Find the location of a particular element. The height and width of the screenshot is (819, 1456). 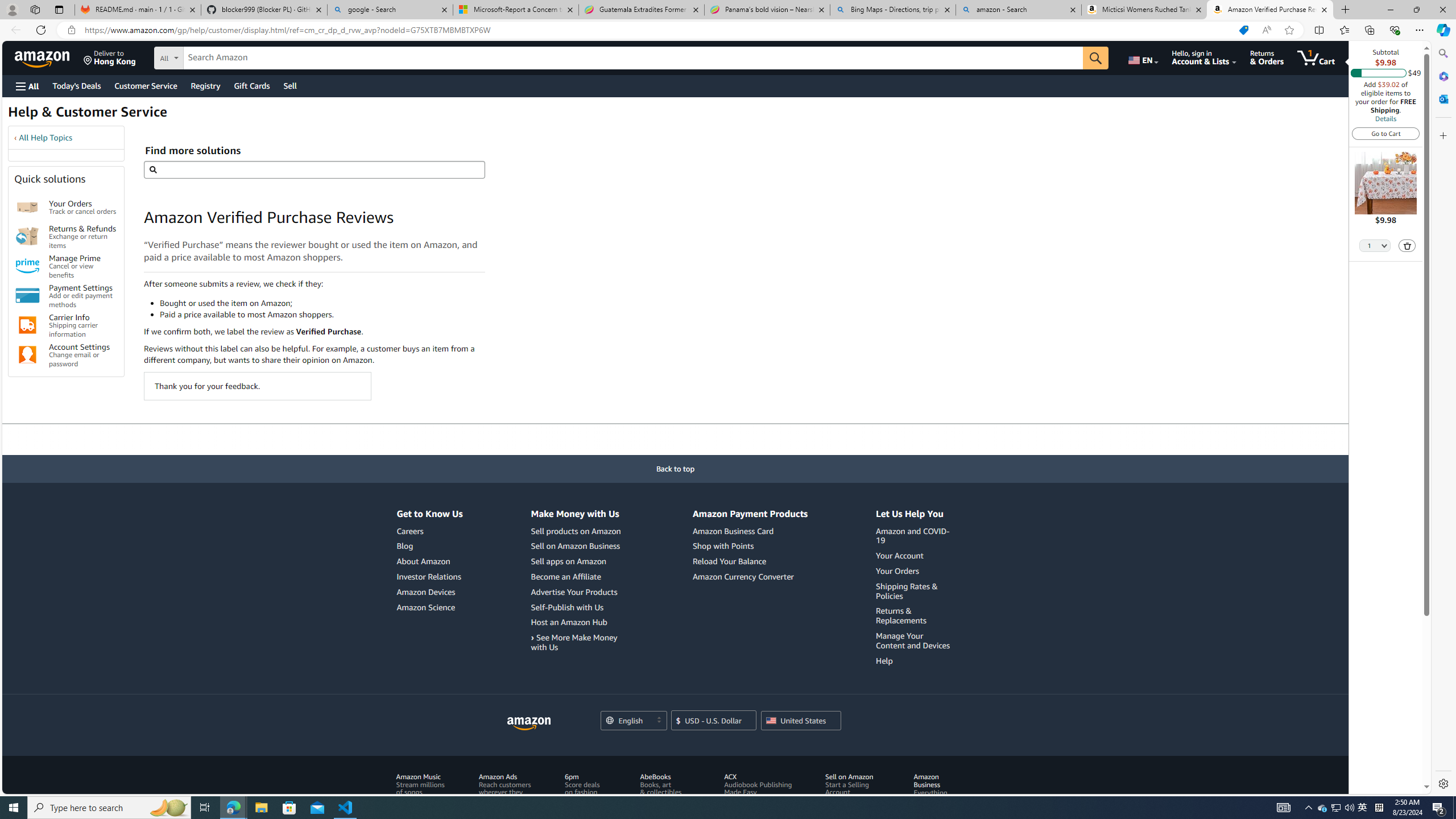

'Amazon Currency Converter' is located at coordinates (742, 576).